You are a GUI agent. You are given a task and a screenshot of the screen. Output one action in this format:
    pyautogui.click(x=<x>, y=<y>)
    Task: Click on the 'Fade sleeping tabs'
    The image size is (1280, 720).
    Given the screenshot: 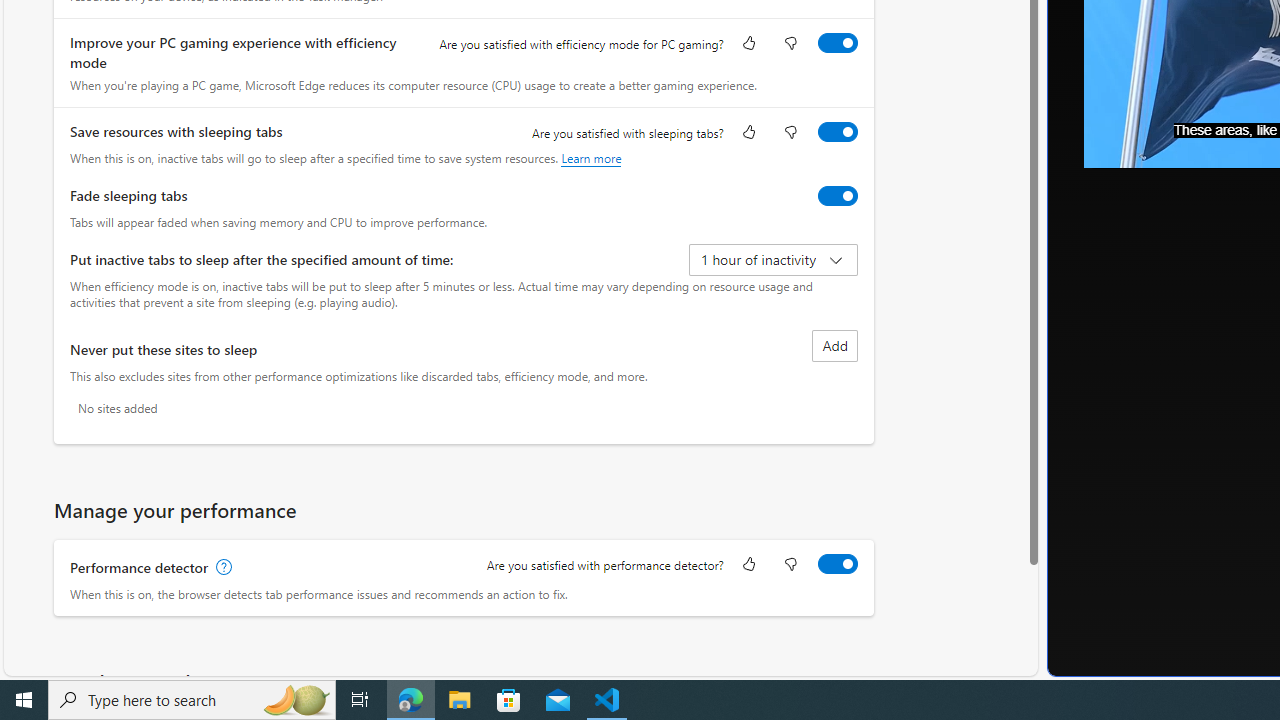 What is the action you would take?
    pyautogui.click(x=837, y=195)
    